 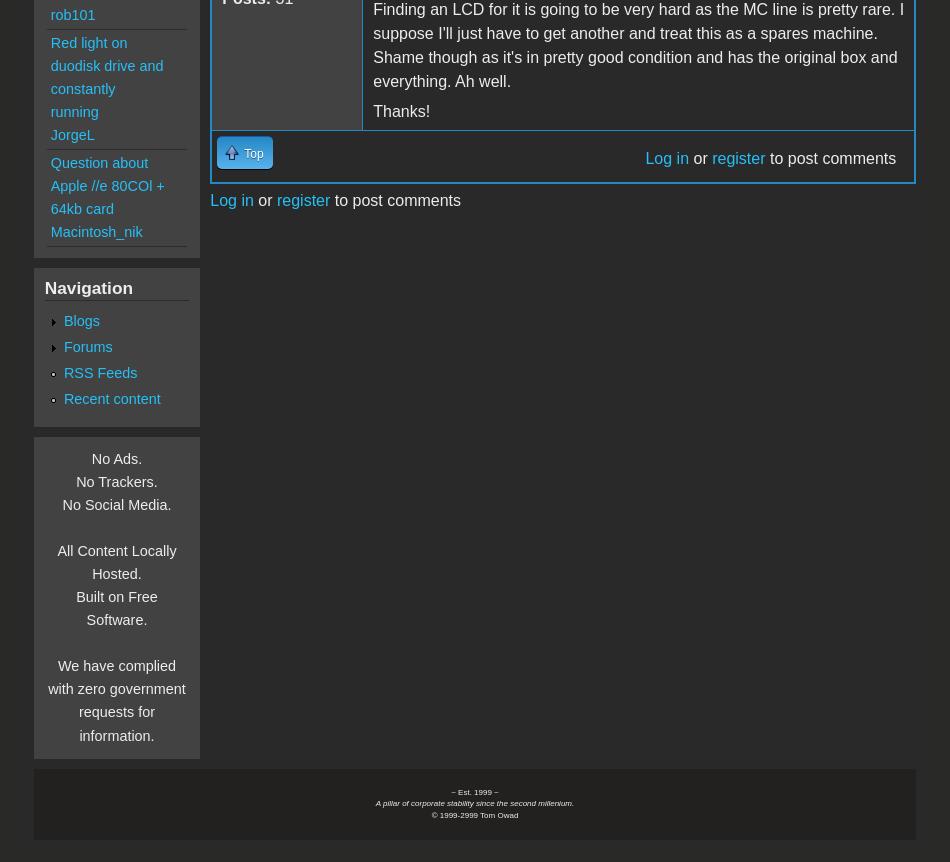 I want to click on 'No Trackers.', so click(x=116, y=482).